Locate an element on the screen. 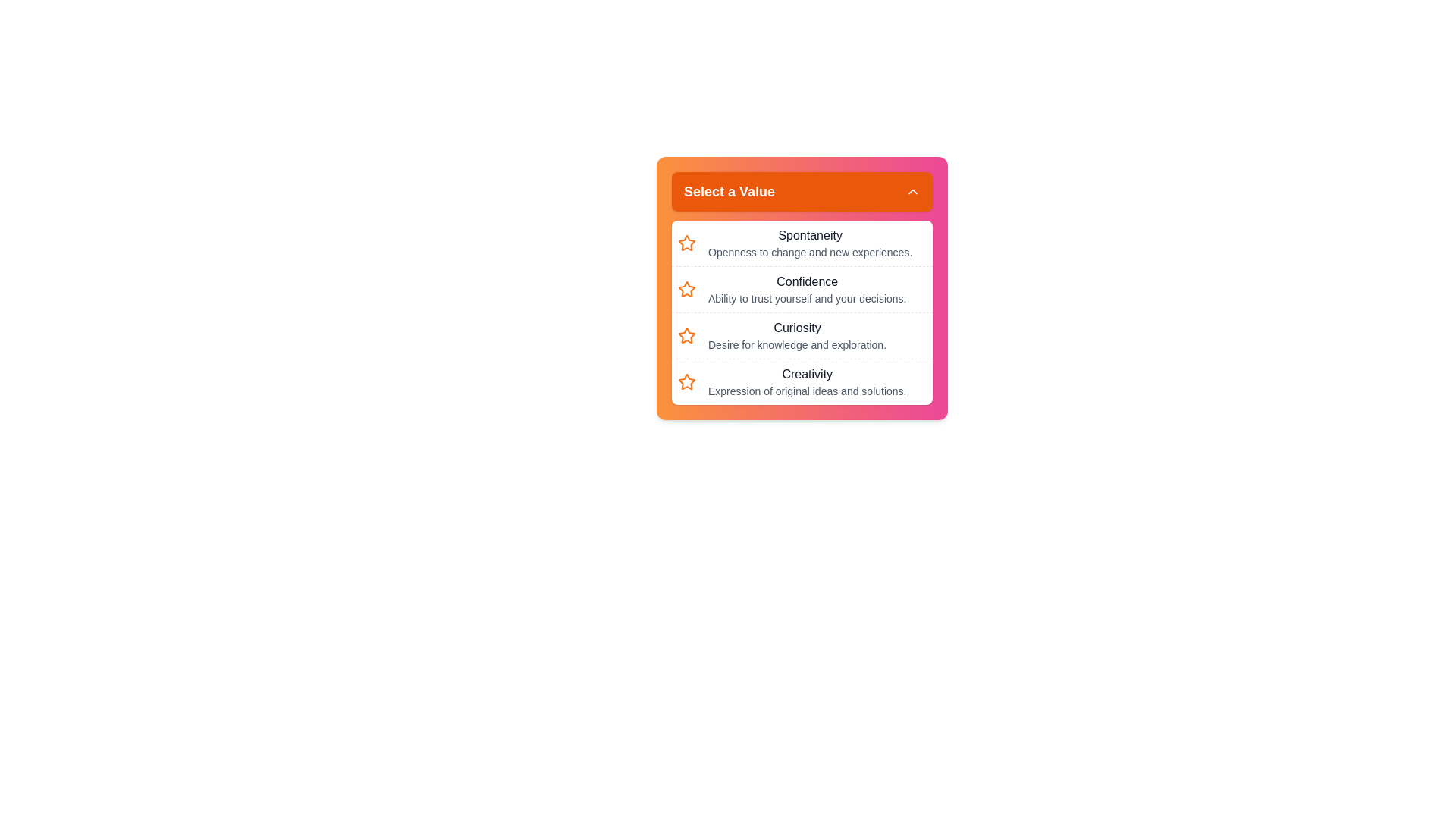  the 'Creativity' text label in the selection interface that describes the concept with a brief definition, located as the fourth item under the heading 'Select a Value.' is located at coordinates (806, 381).